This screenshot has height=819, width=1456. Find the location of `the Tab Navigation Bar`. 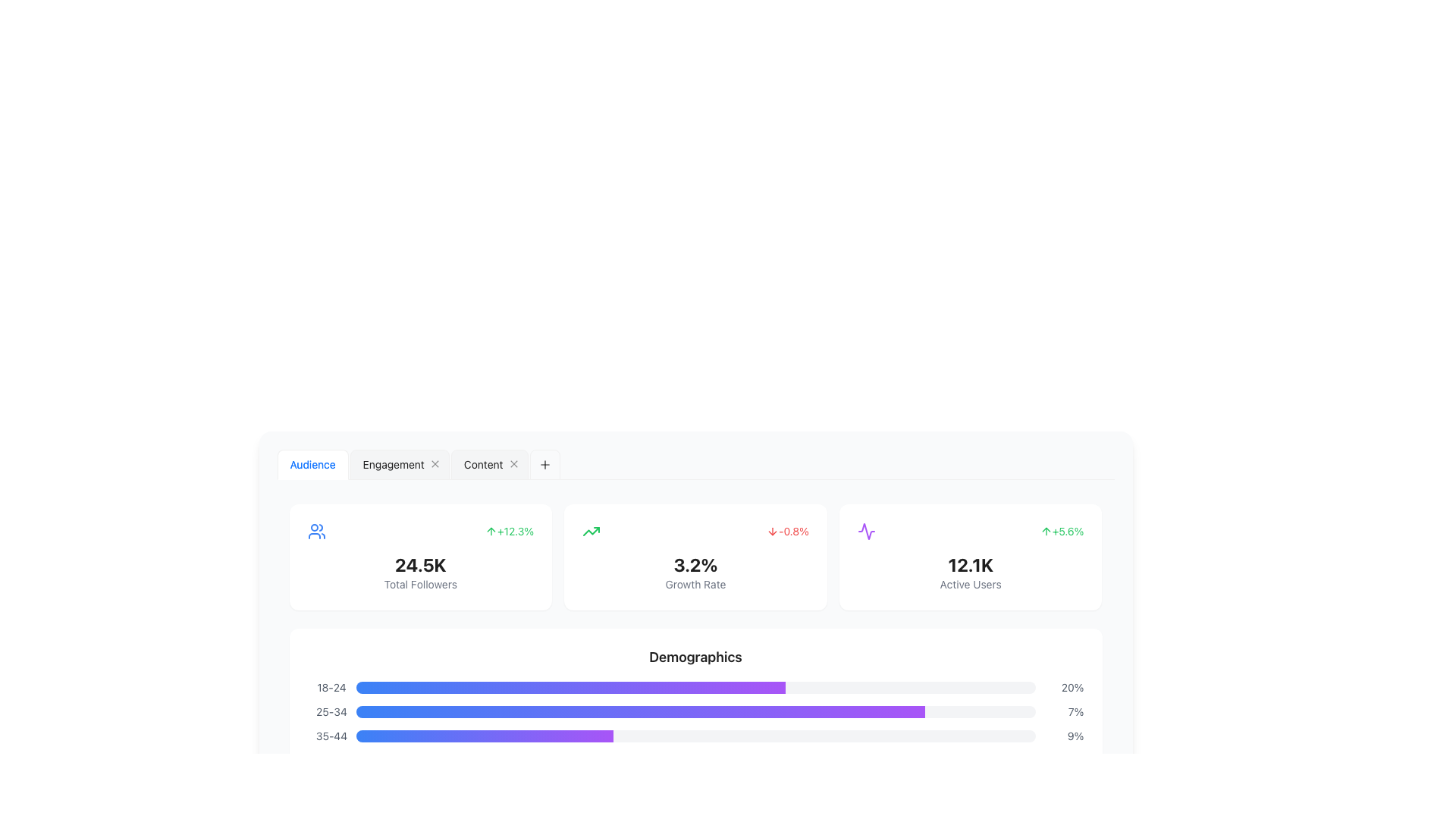

the Tab Navigation Bar is located at coordinates (419, 464).